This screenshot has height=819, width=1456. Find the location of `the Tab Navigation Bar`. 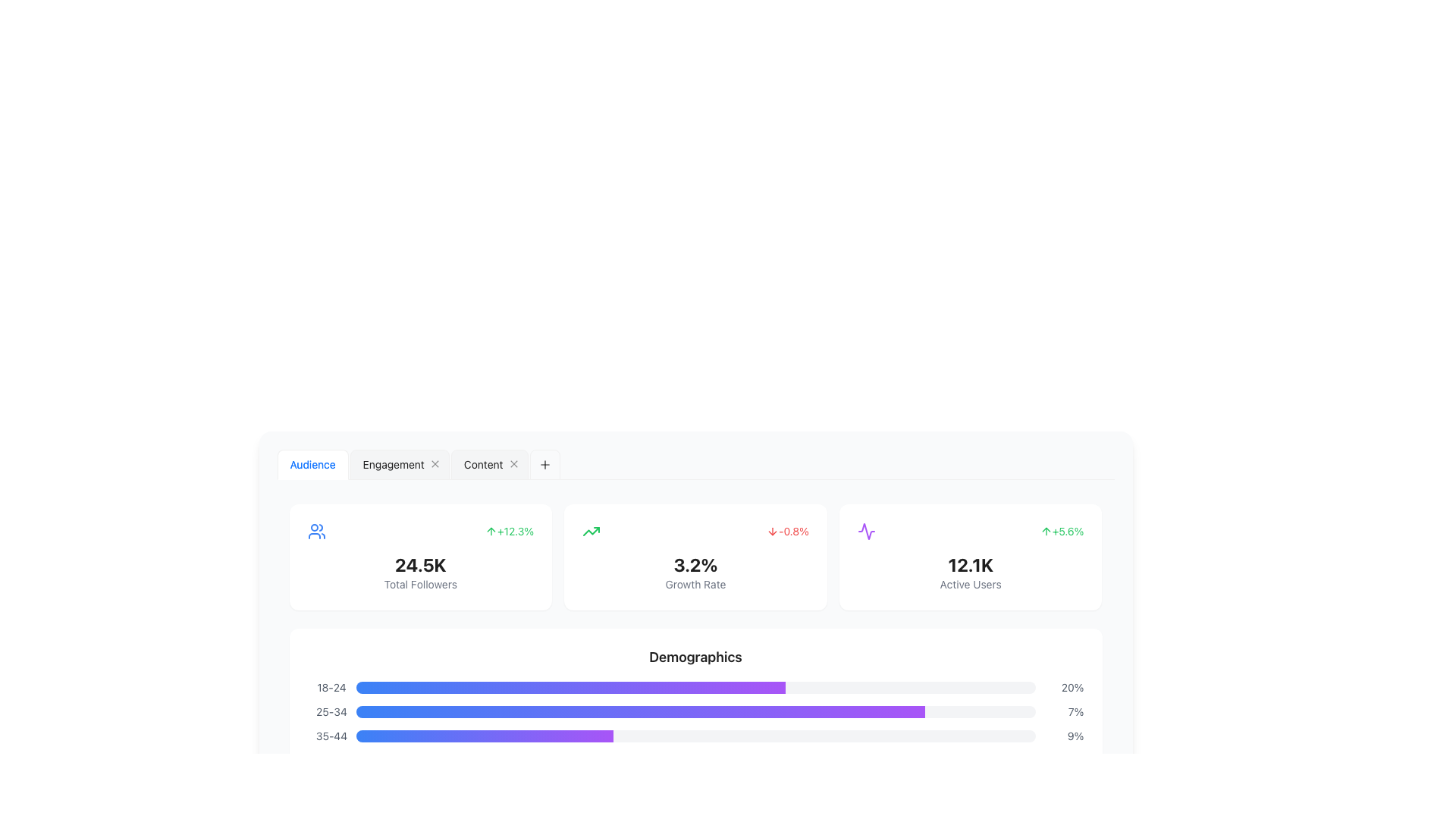

the Tab Navigation Bar is located at coordinates (419, 464).